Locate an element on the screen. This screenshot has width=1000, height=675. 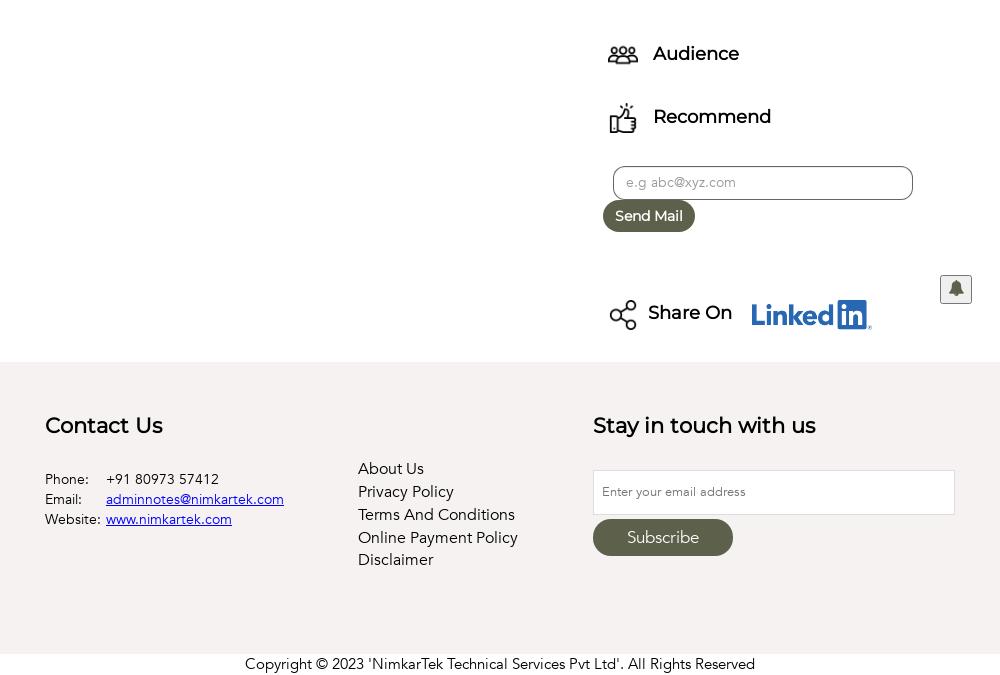
'Contact Us' is located at coordinates (45, 425).